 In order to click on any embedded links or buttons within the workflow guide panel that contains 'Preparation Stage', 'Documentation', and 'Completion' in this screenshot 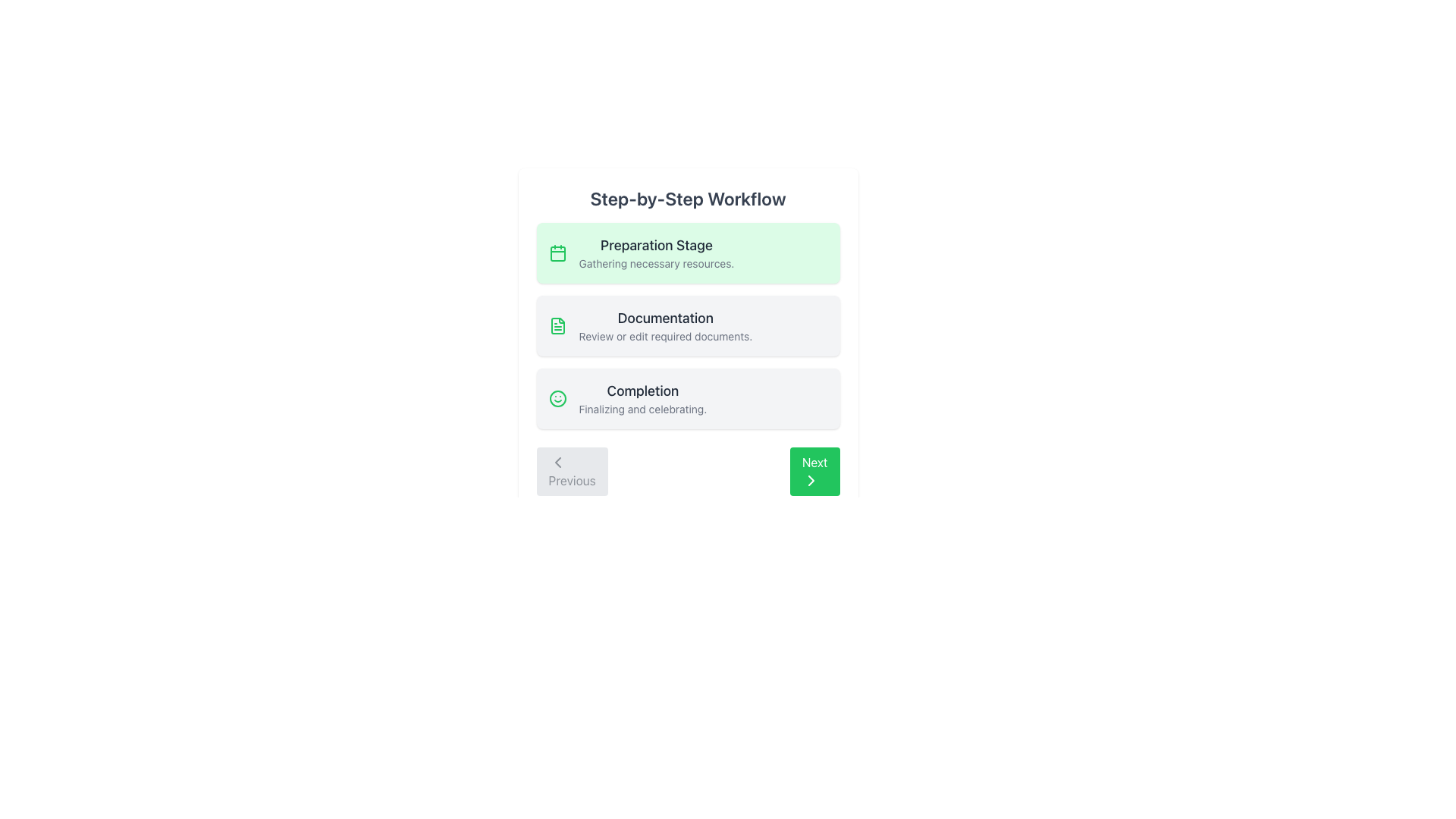, I will do `click(687, 341)`.